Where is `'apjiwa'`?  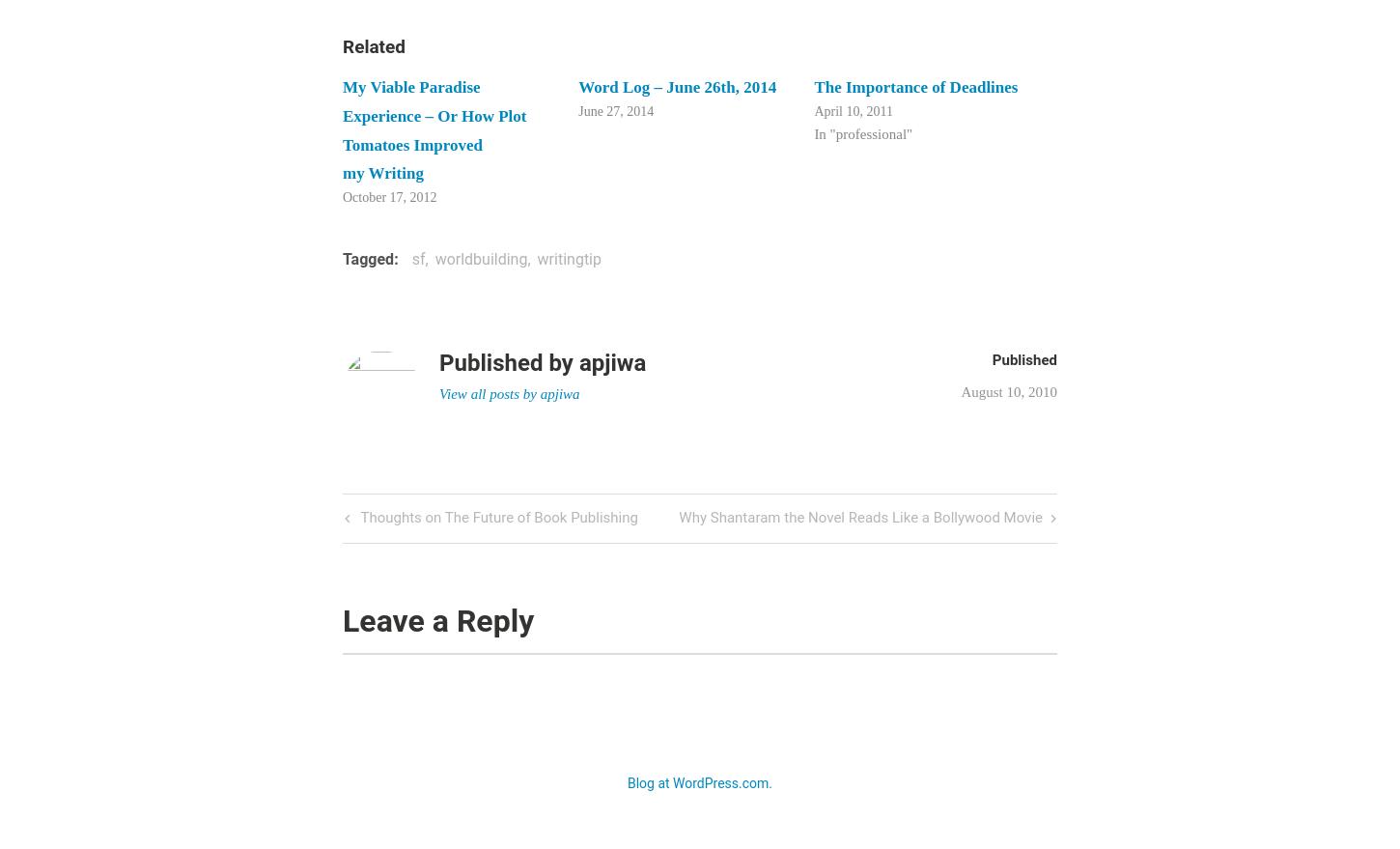
'apjiwa' is located at coordinates (610, 361).